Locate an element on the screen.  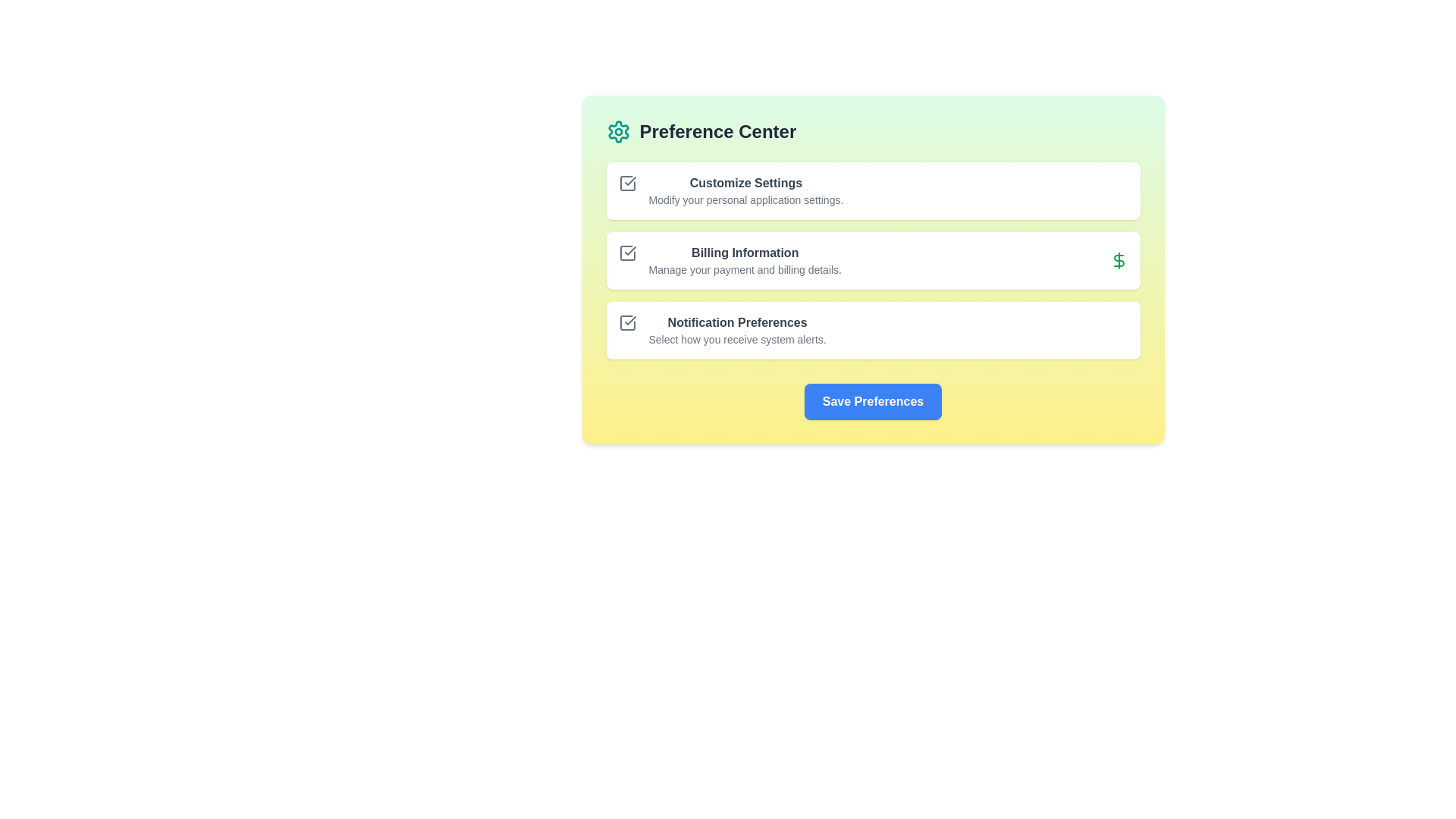
the Text Label that serves as a header for the settings option is located at coordinates (745, 183).